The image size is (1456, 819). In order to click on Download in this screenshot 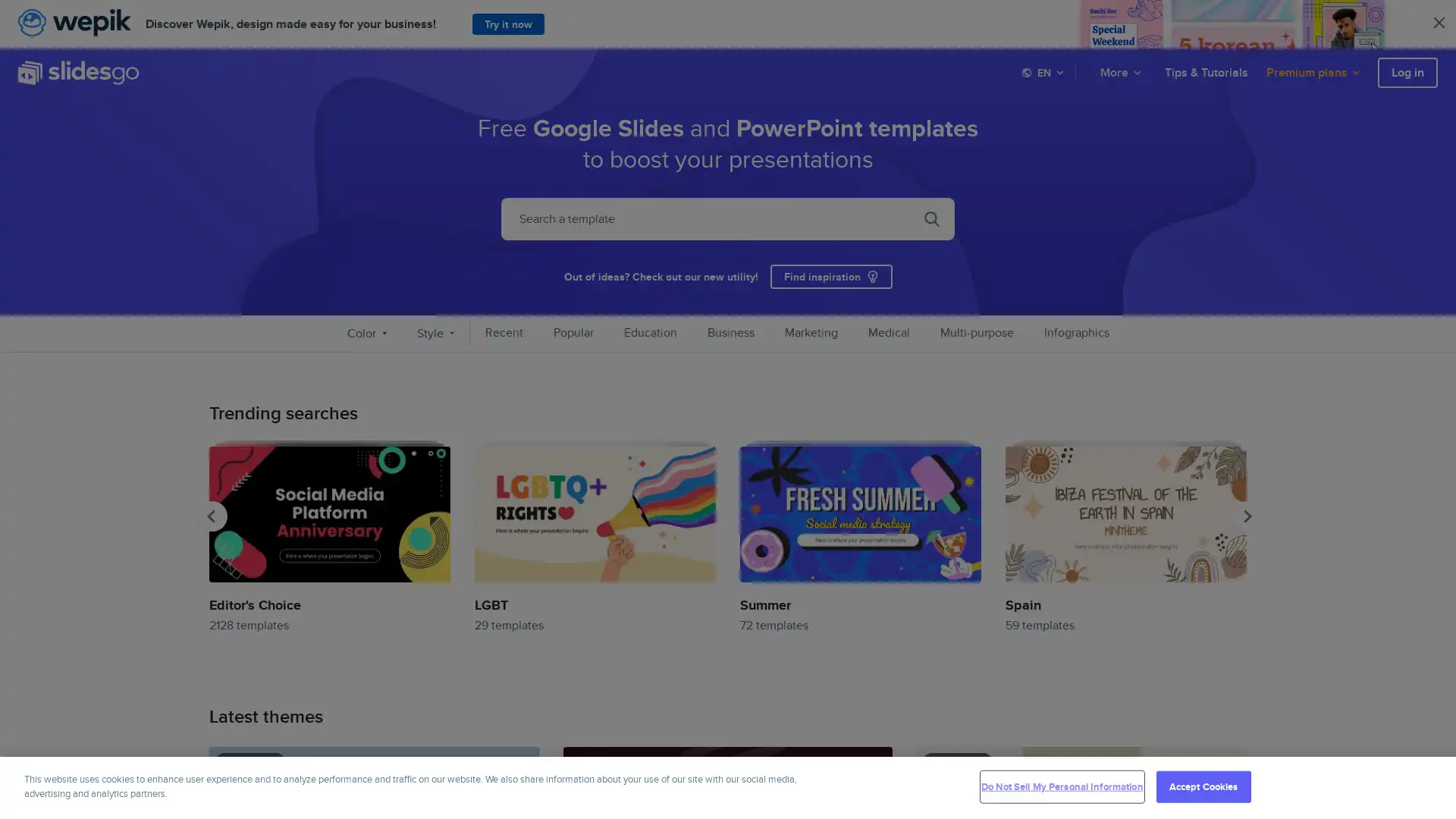, I will do `click(876, 786)`.